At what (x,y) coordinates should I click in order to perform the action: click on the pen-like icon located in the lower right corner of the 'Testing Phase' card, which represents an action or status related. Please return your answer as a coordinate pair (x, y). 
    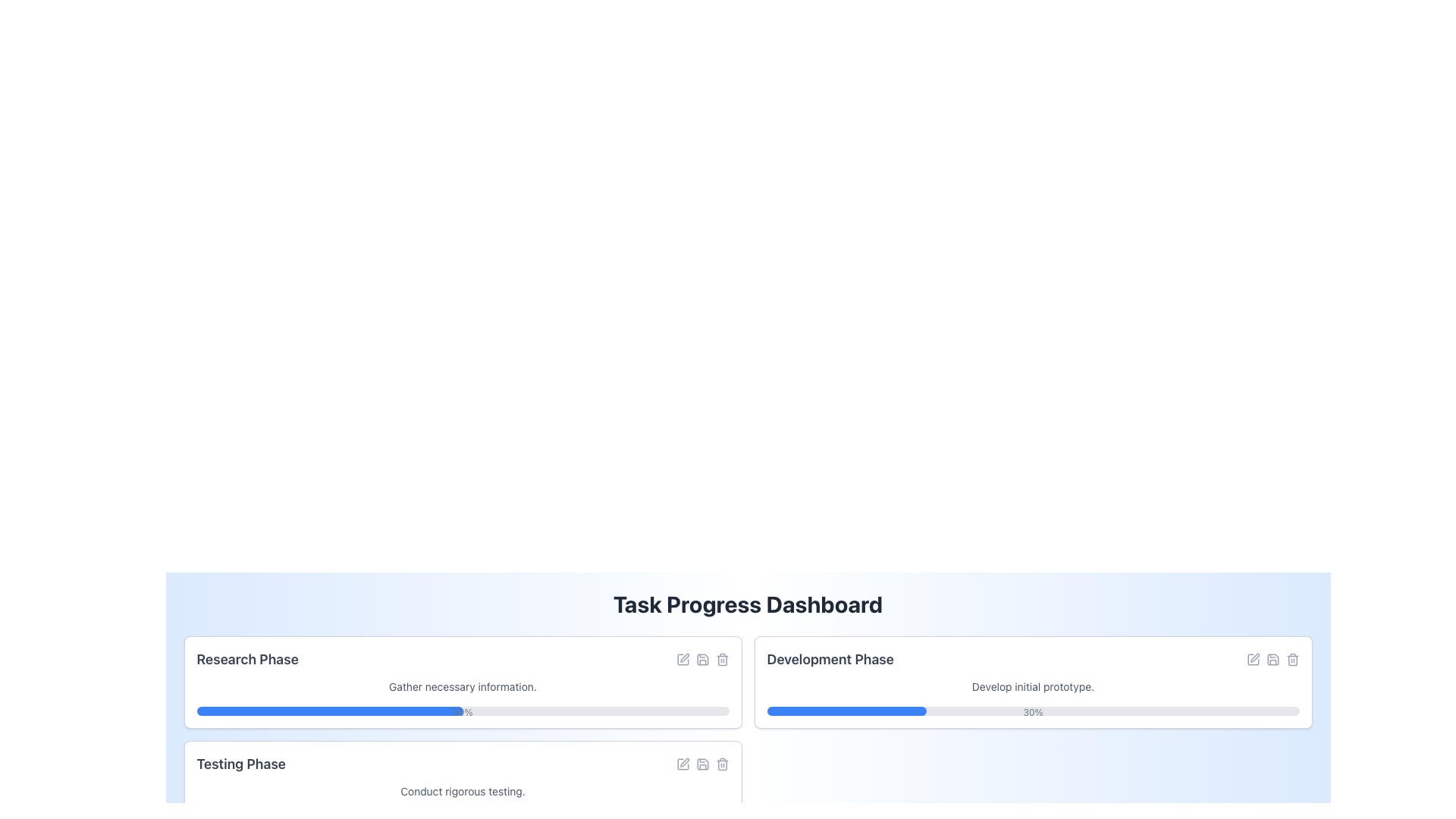
    Looking at the image, I should click on (683, 762).